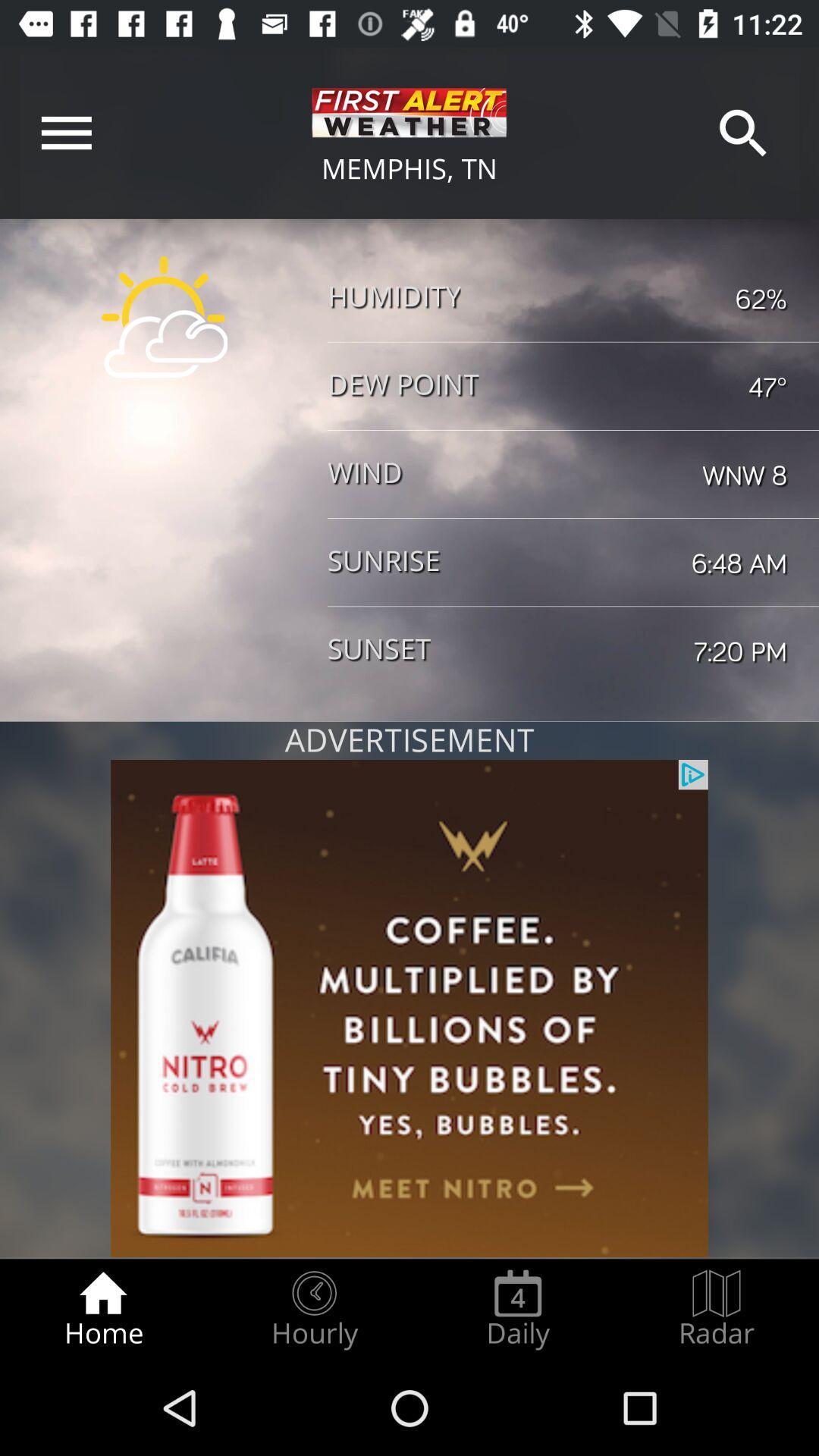 This screenshot has height=1456, width=819. I want to click on advertisement, so click(409, 1009).